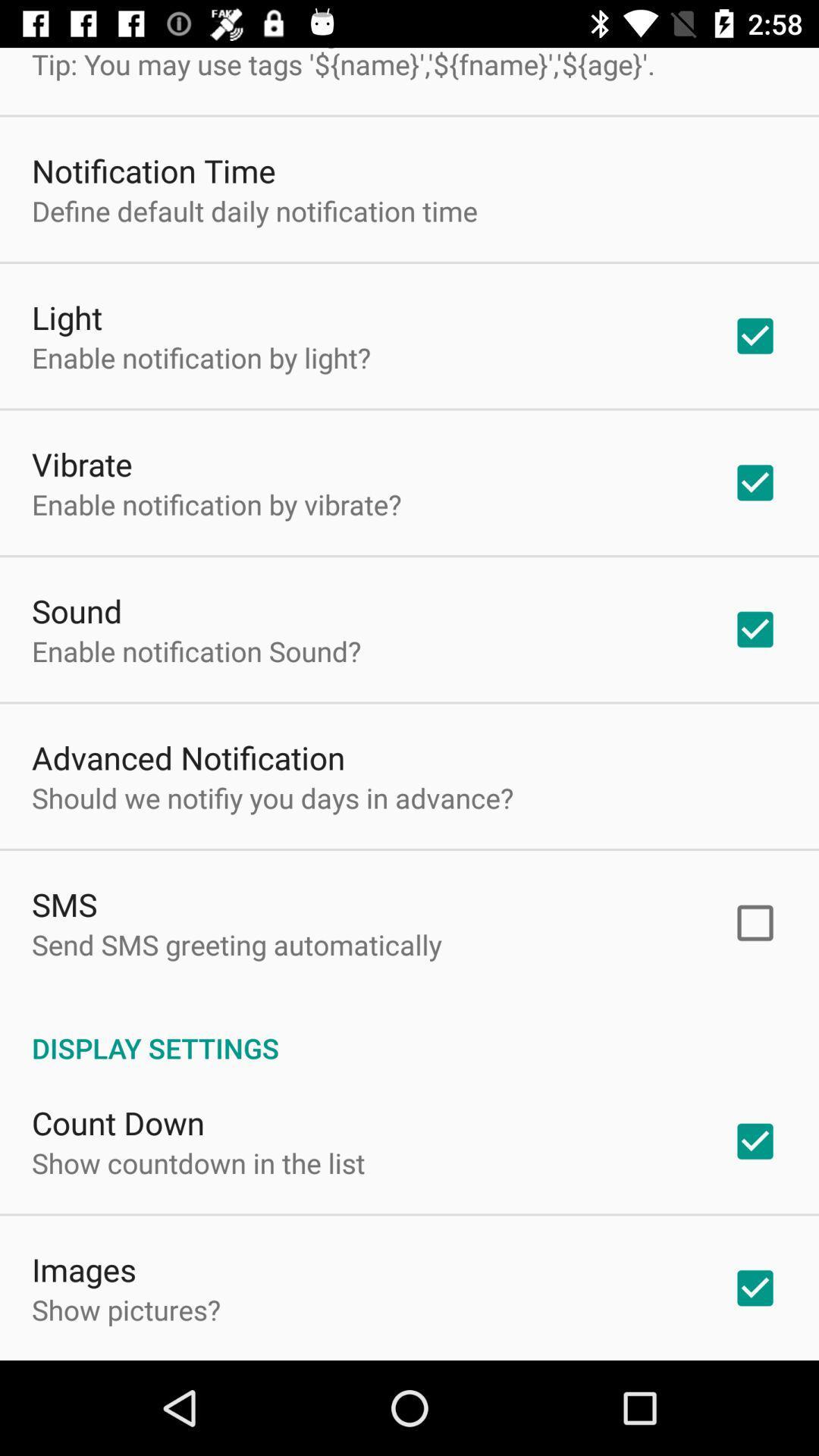  I want to click on count down, so click(117, 1122).